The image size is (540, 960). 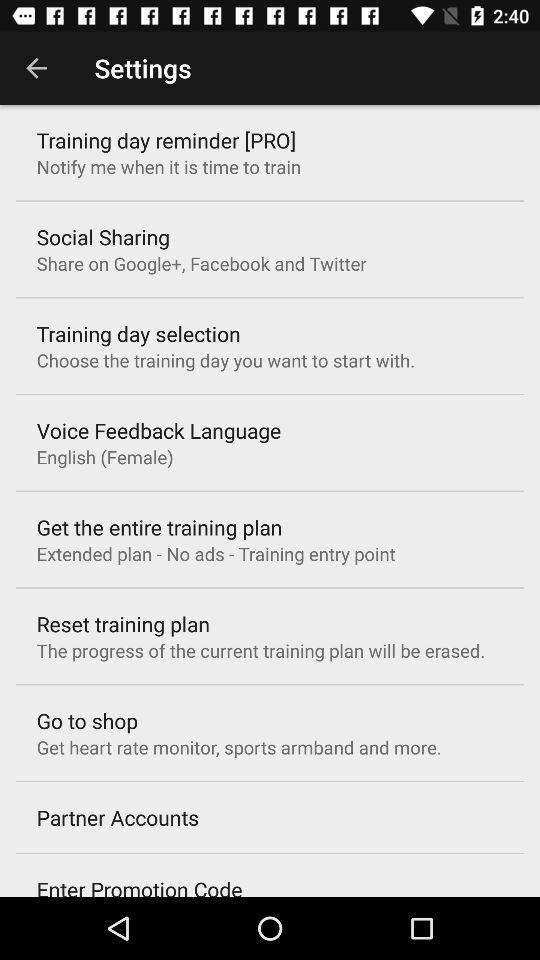 I want to click on icon above the training day selection item, so click(x=201, y=262).